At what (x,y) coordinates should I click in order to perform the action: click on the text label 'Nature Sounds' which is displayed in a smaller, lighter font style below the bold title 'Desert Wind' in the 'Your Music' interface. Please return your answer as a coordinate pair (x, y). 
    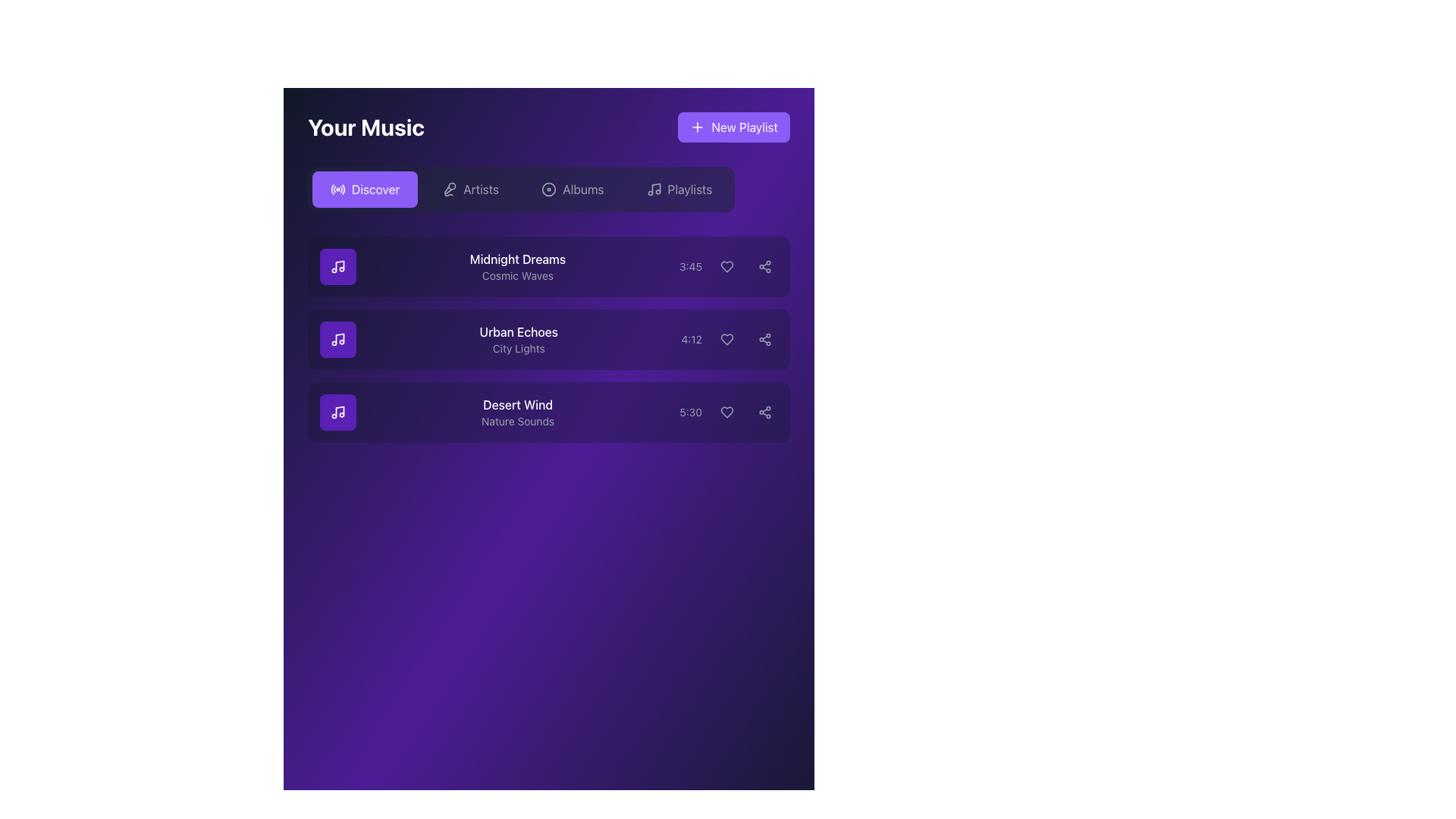
    Looking at the image, I should click on (518, 421).